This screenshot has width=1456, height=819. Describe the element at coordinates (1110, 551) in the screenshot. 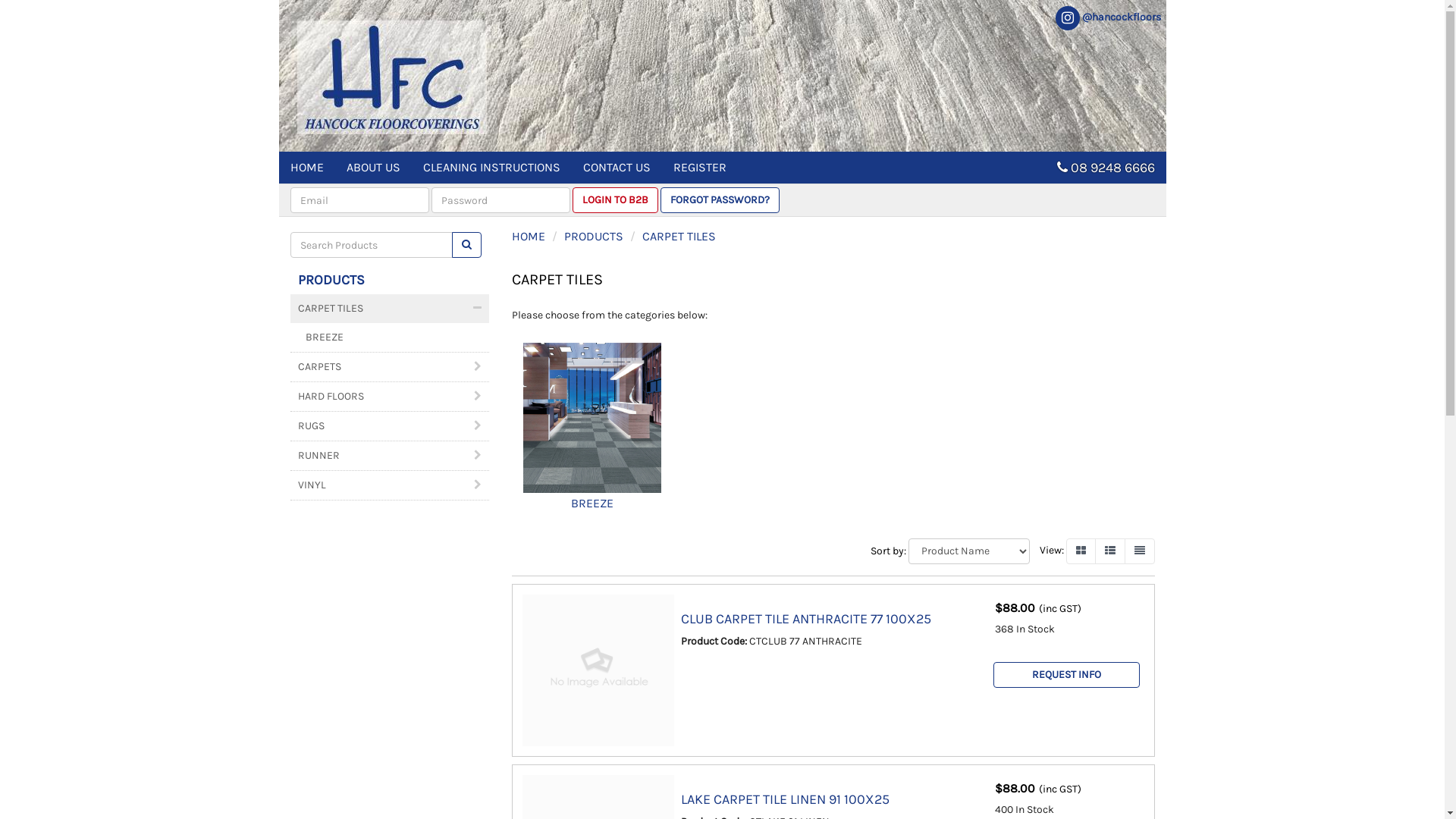

I see `'List'` at that location.